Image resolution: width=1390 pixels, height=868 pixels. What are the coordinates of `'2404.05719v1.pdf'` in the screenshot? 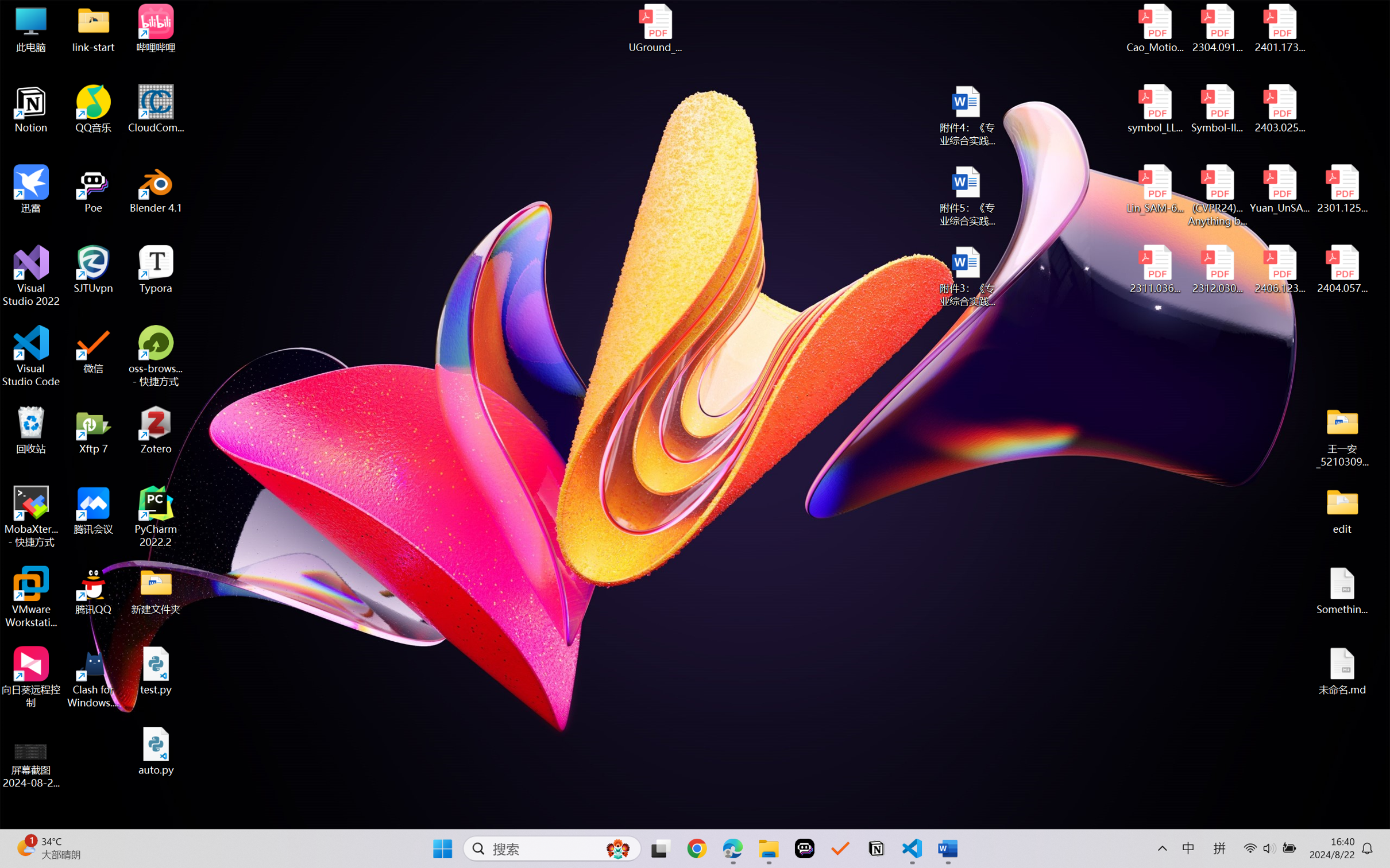 It's located at (1341, 269).